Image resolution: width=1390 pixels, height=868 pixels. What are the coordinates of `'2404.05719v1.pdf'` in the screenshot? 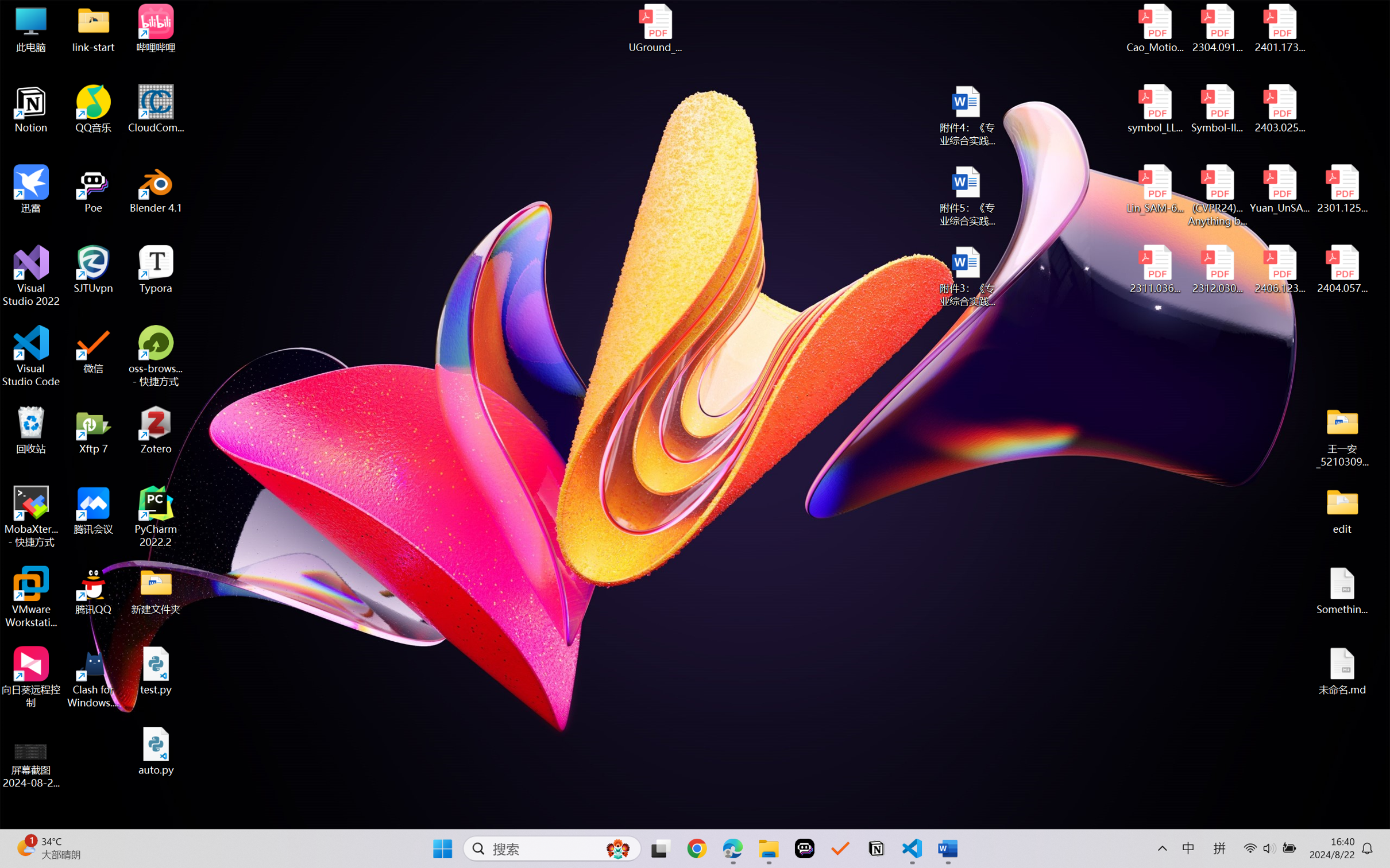 It's located at (1341, 269).